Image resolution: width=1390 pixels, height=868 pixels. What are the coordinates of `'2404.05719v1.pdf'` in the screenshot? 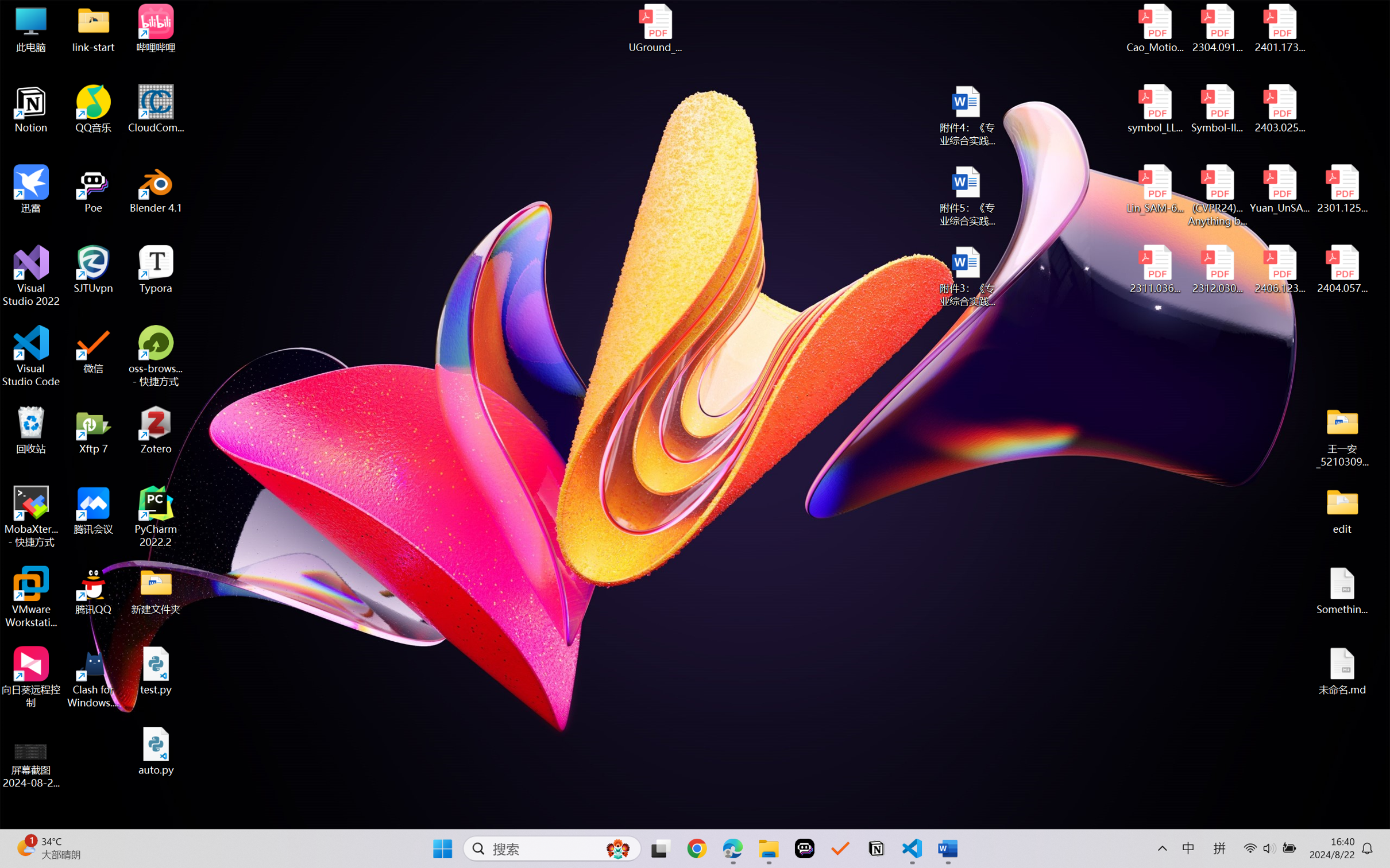 It's located at (1341, 269).